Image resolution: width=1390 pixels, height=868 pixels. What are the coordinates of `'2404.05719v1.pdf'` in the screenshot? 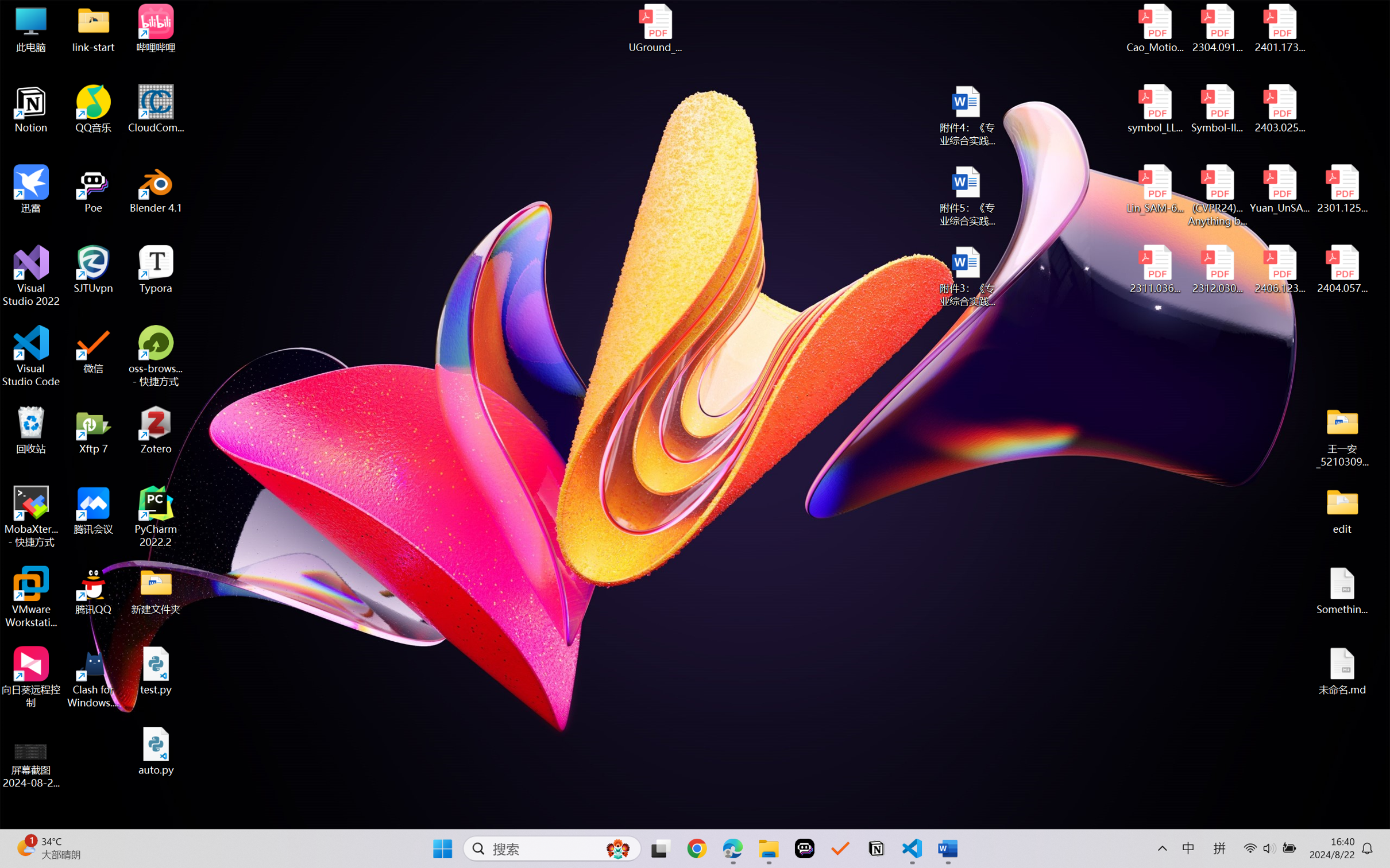 It's located at (1341, 269).